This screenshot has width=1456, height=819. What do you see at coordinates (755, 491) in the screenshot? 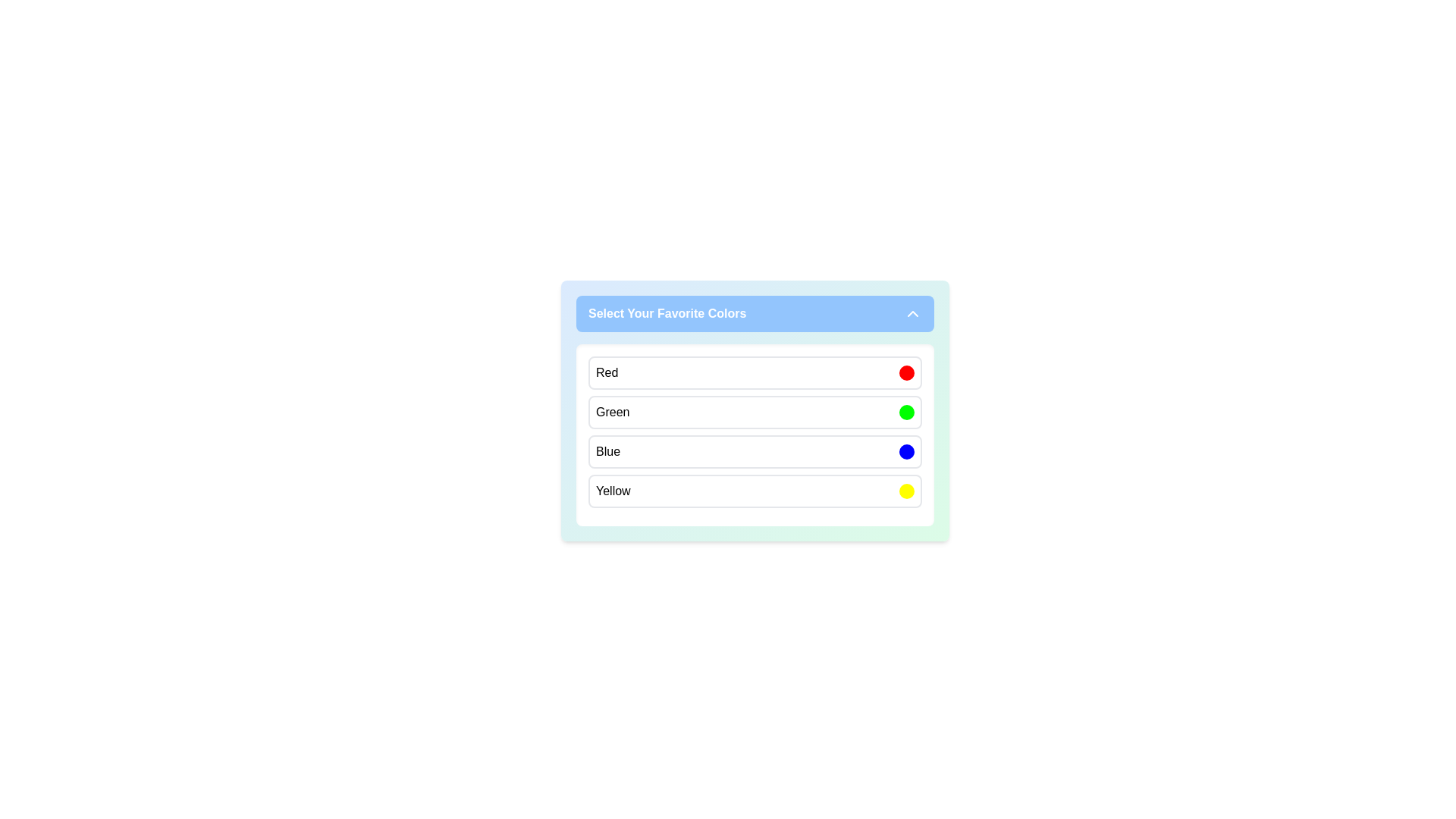
I see `the 'Yellow' option in the selectable list of colors` at bounding box center [755, 491].